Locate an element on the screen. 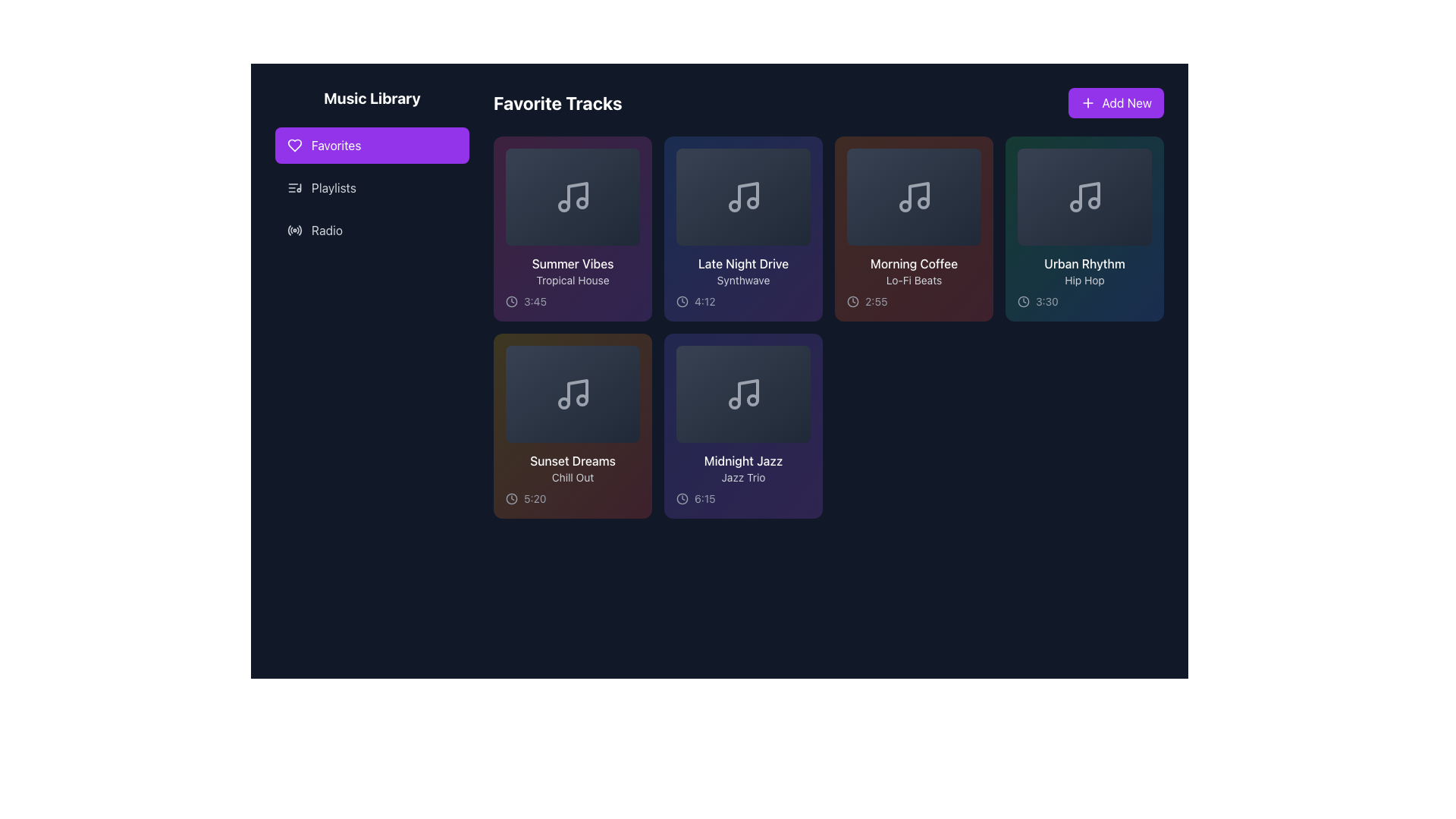 This screenshot has width=1456, height=819. the circular graphical shape located in the top-right corner of the 'Summer Vibes' track card, which is part of a grouped circular play icon is located at coordinates (630, 158).